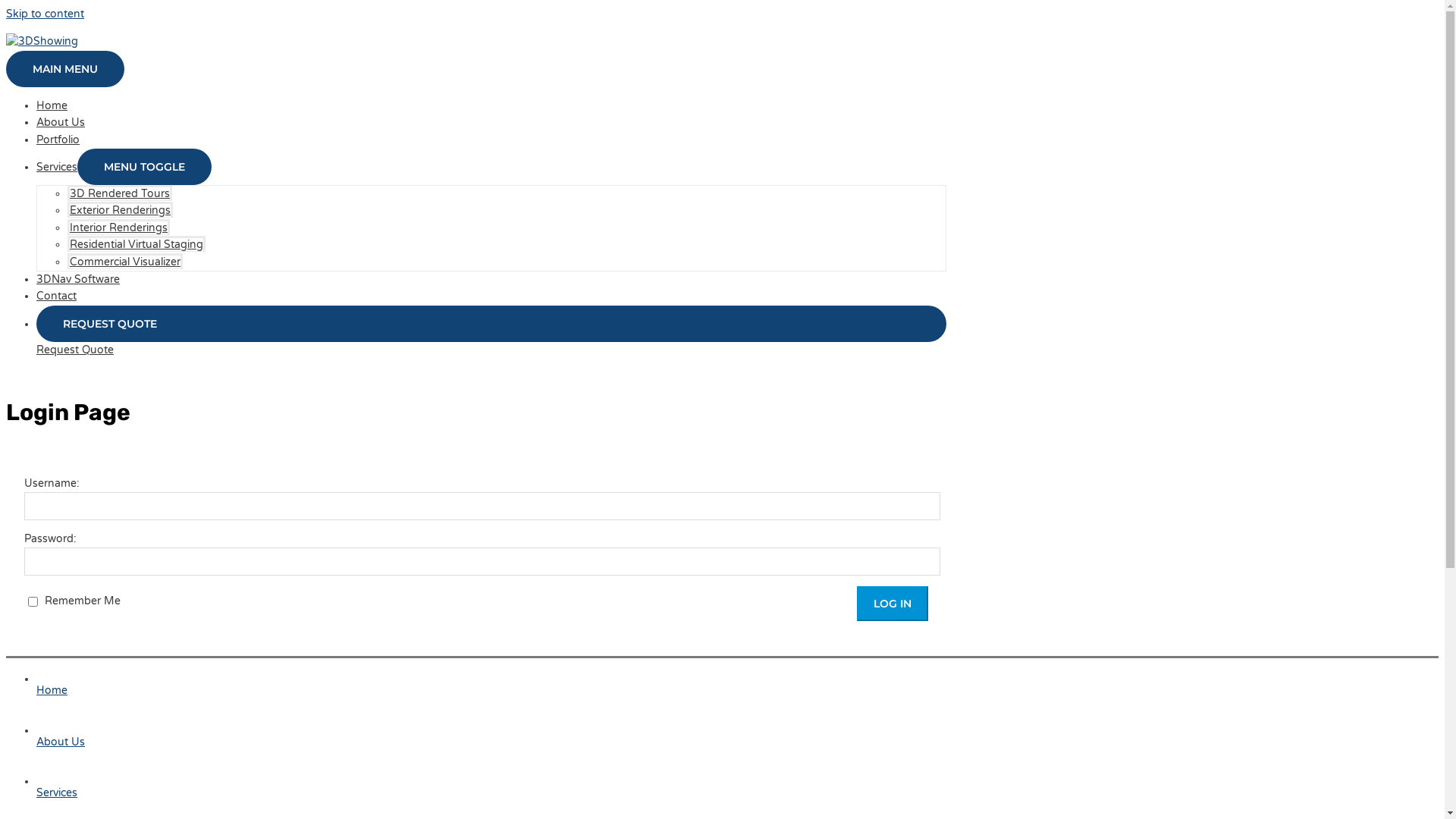 This screenshot has height=819, width=1456. Describe the element at coordinates (491, 785) in the screenshot. I see `'Services'` at that location.